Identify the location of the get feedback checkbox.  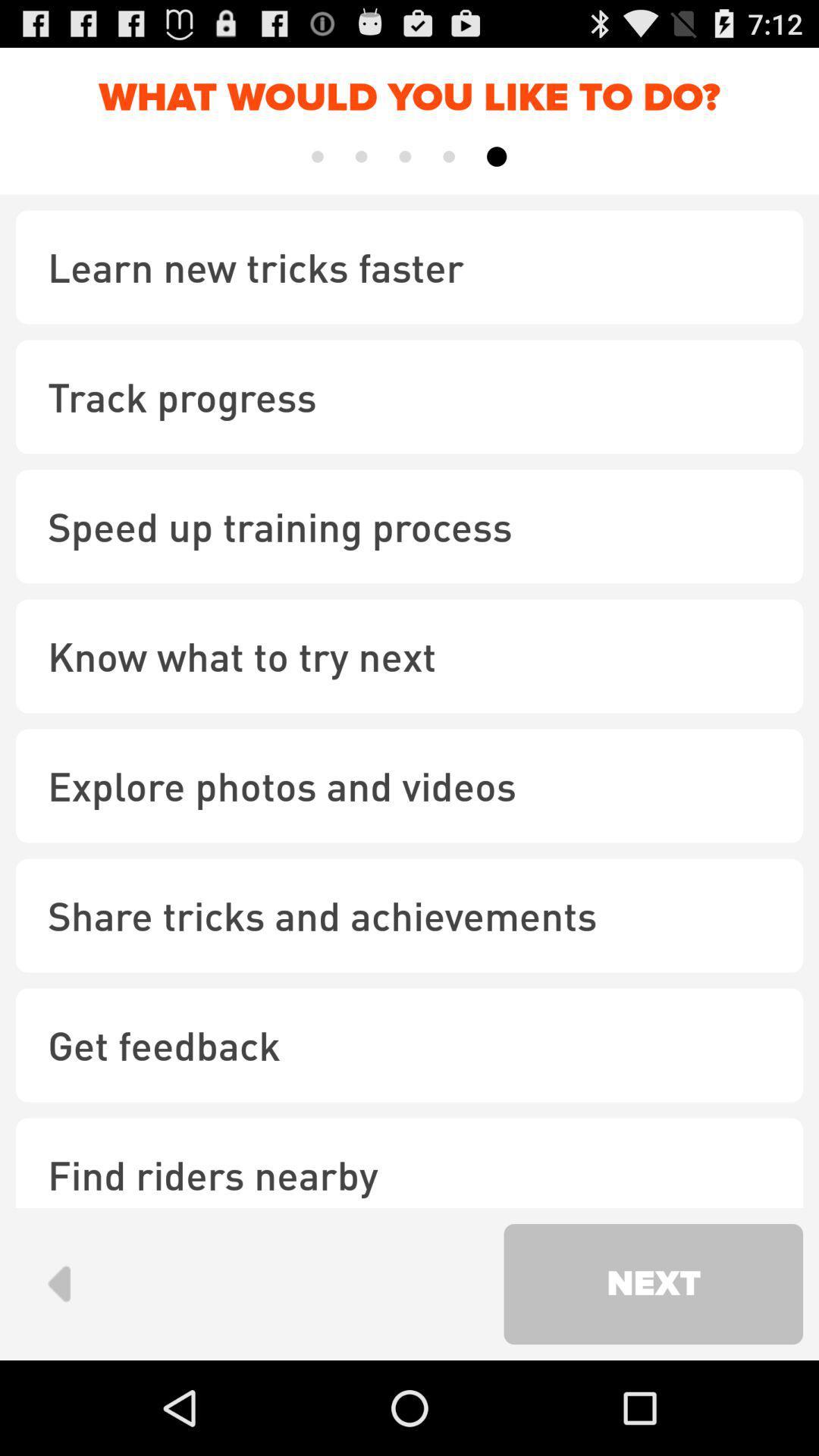
(409, 1044).